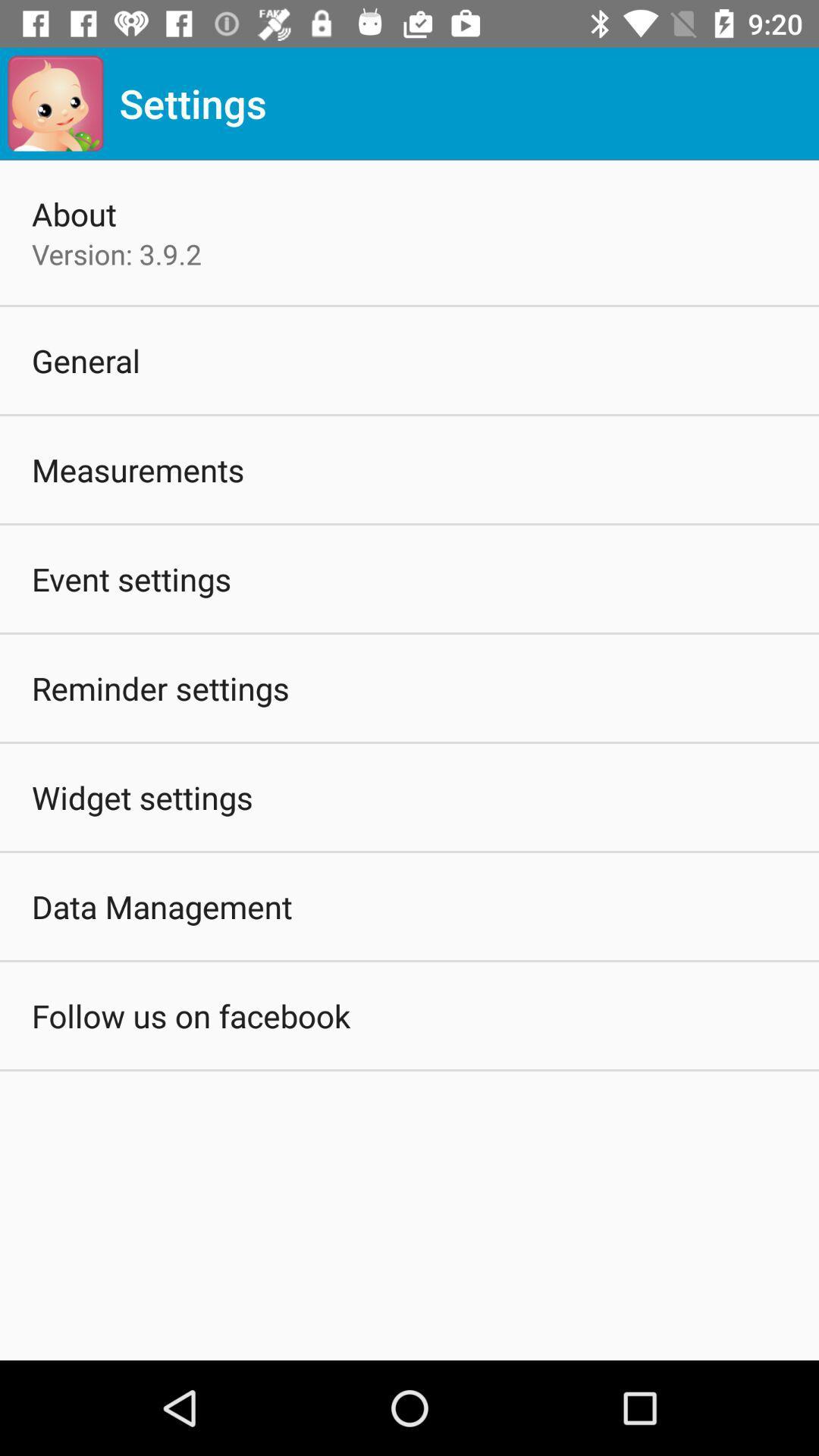 The image size is (819, 1456). What do you see at coordinates (138, 469) in the screenshot?
I see `app below the general icon` at bounding box center [138, 469].